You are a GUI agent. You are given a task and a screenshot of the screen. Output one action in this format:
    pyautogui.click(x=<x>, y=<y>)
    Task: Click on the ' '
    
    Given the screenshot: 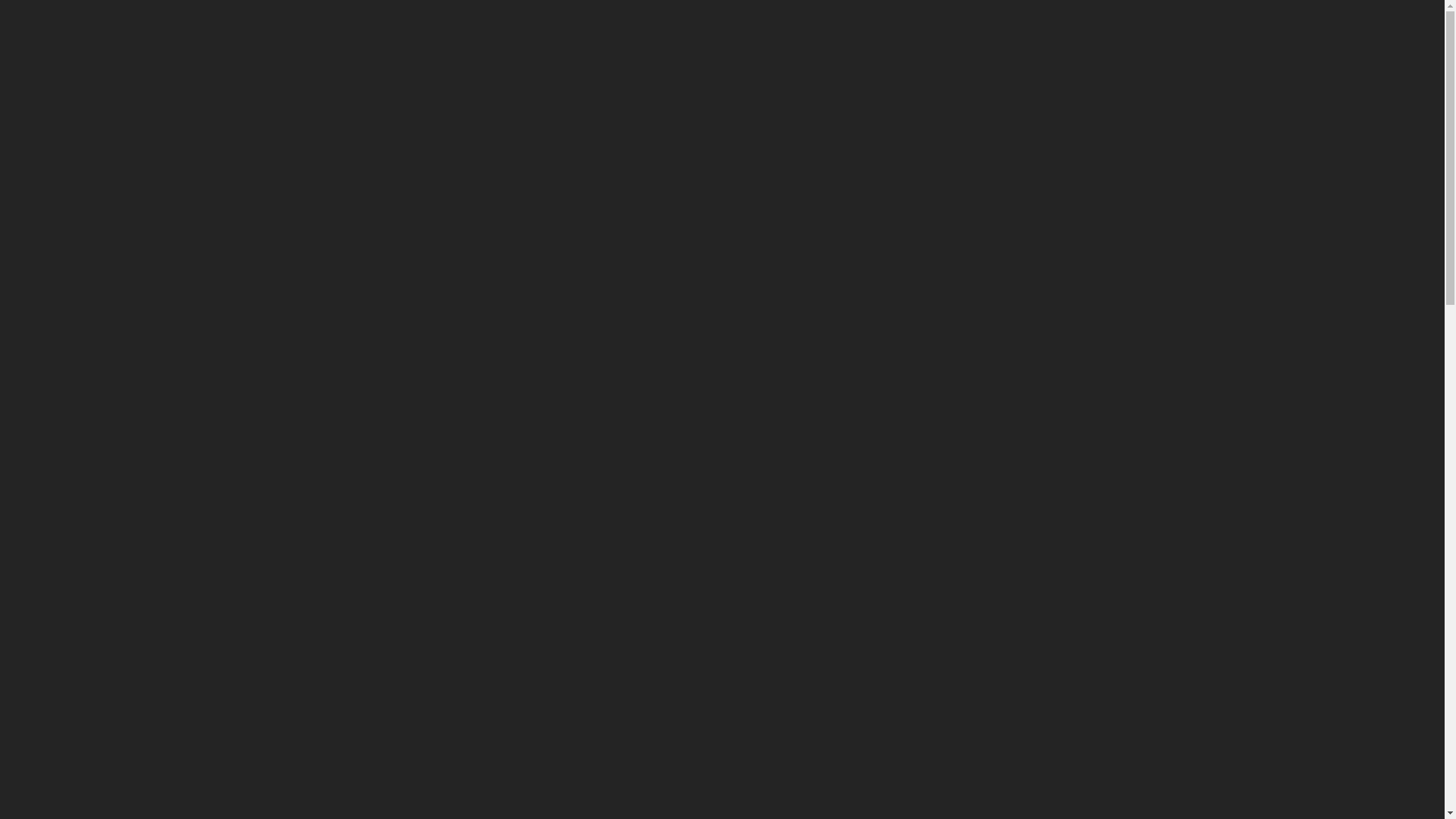 What is the action you would take?
    pyautogui.click(x=1415, y=262)
    